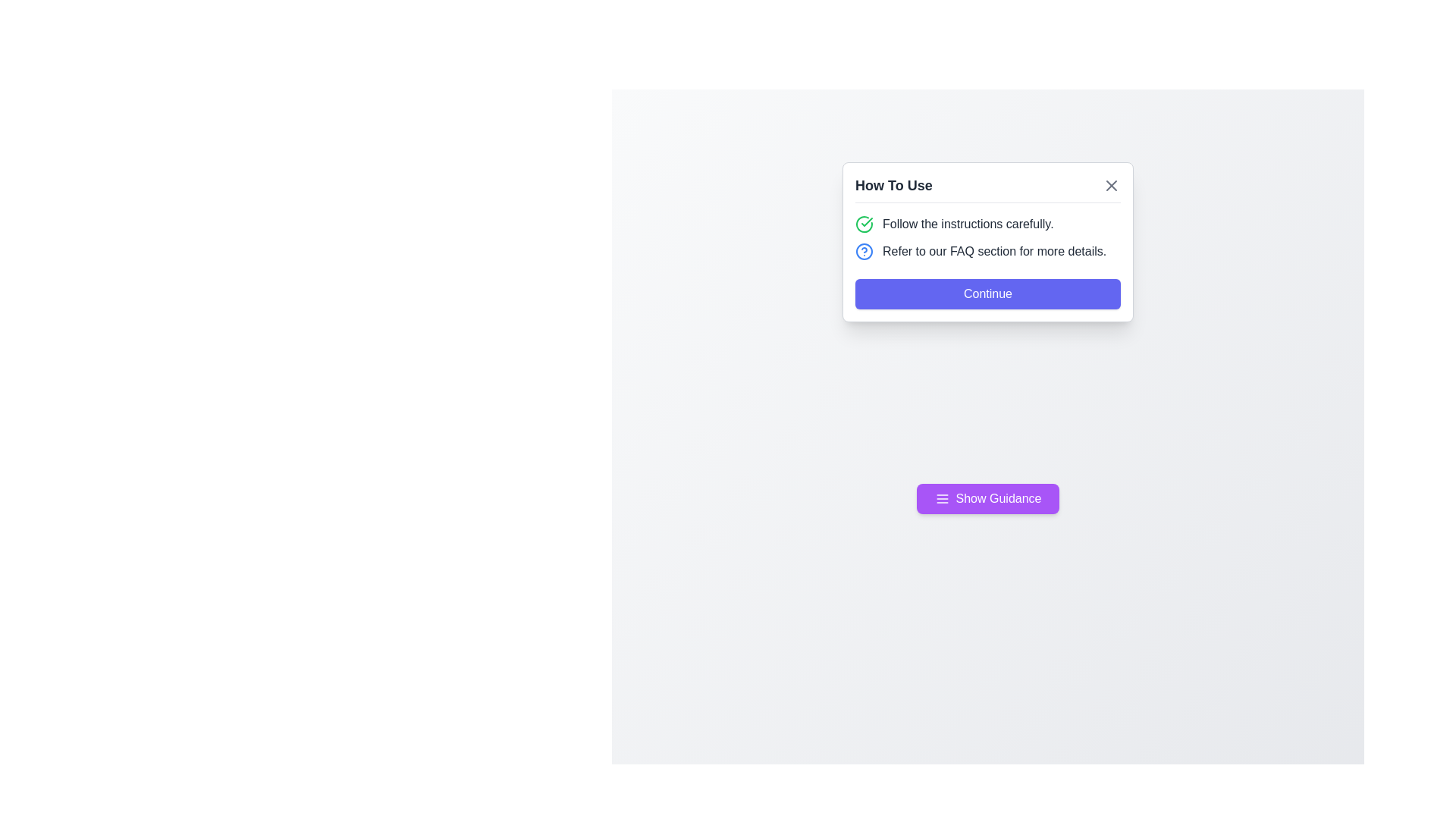 Image resolution: width=1456 pixels, height=819 pixels. I want to click on the 'close' button represented by the Vector icon in the top-right corner of the 'How to Use' modal, so click(1111, 185).